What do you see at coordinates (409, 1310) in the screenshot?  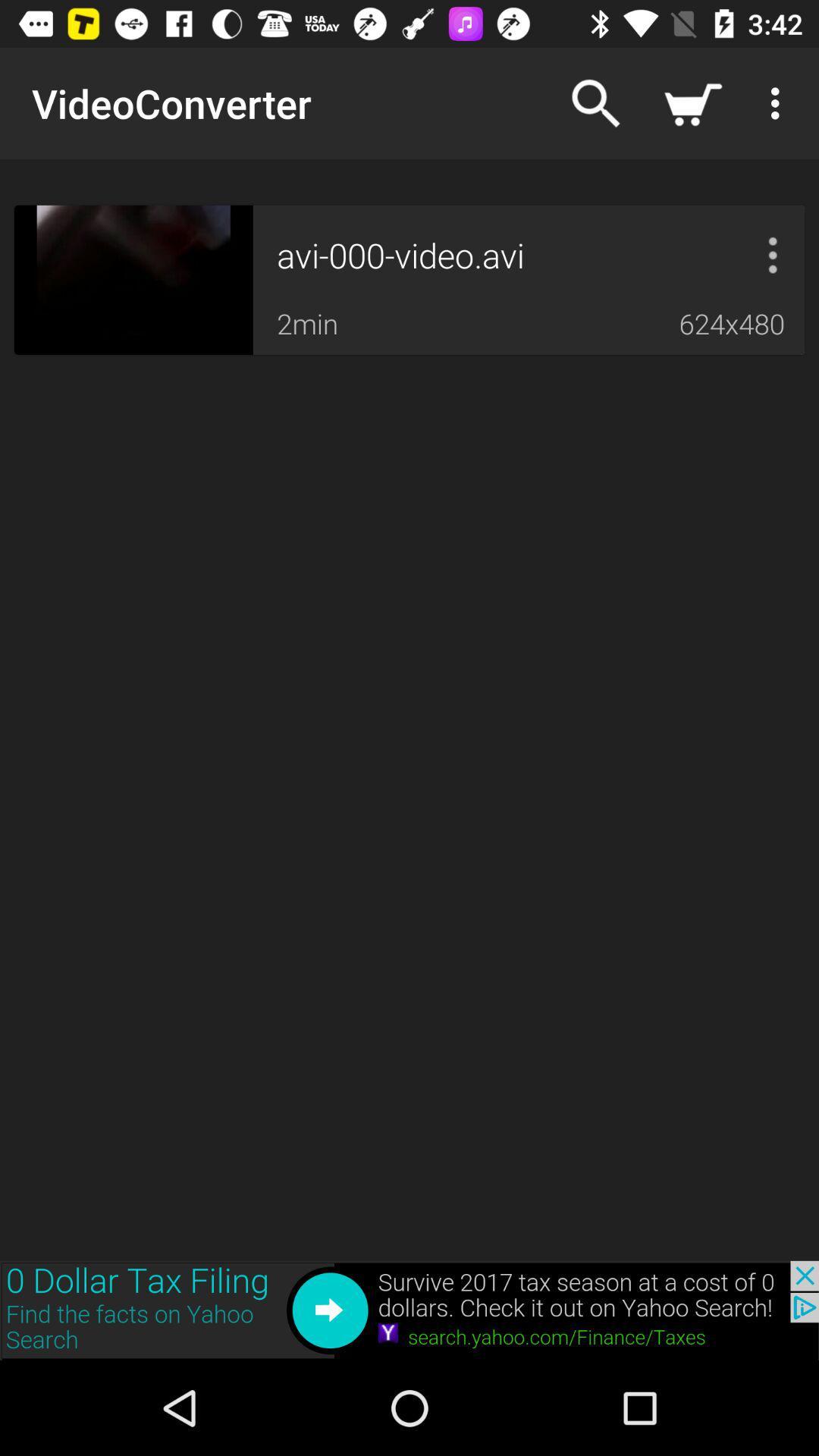 I see `the advertisement` at bounding box center [409, 1310].